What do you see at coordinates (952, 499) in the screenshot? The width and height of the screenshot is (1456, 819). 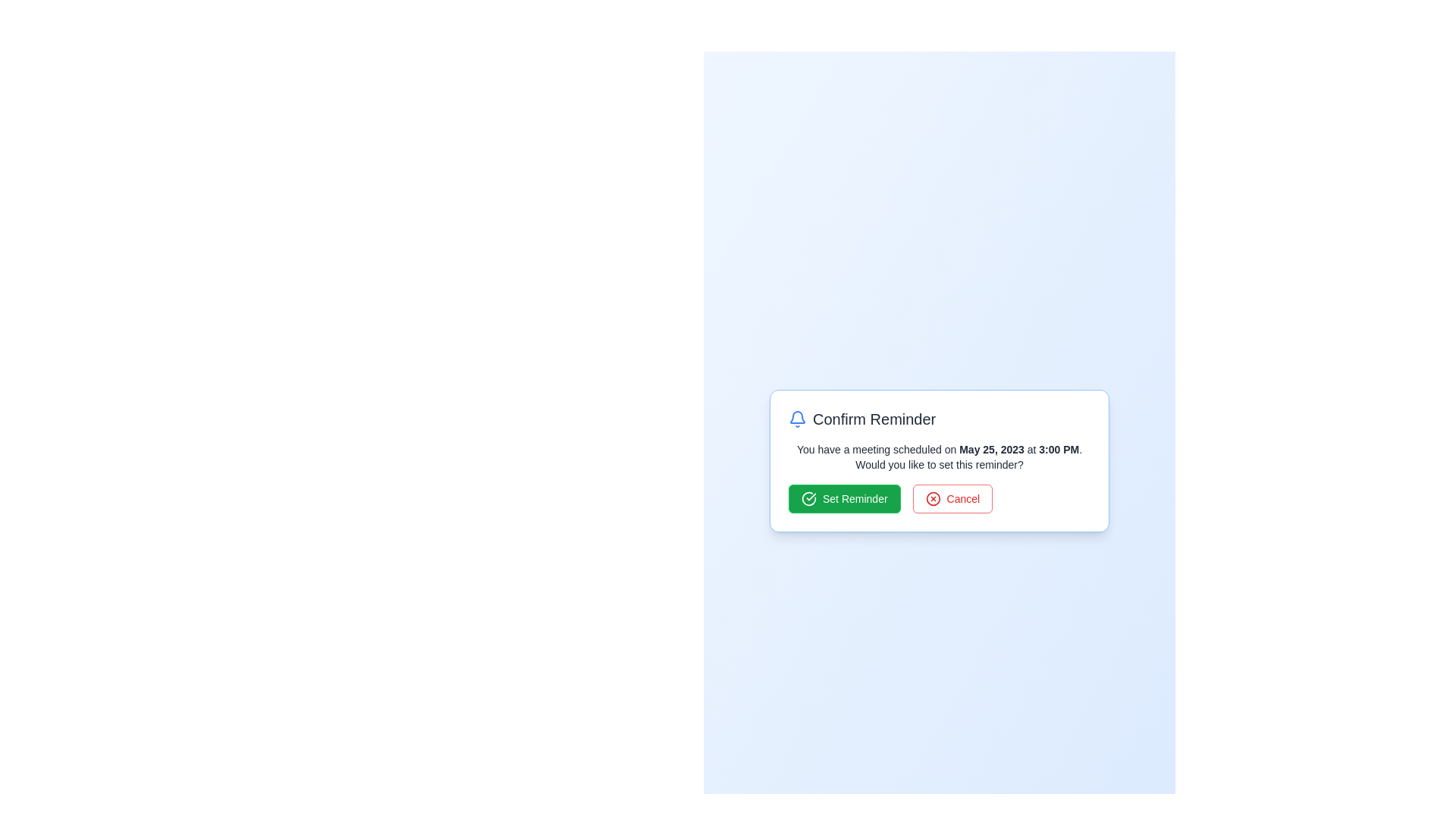 I see `the 'Cancel' button, which has a red border and a red circular icon with a cross on the left side, located below the message content in the confirmation dialog box` at bounding box center [952, 499].